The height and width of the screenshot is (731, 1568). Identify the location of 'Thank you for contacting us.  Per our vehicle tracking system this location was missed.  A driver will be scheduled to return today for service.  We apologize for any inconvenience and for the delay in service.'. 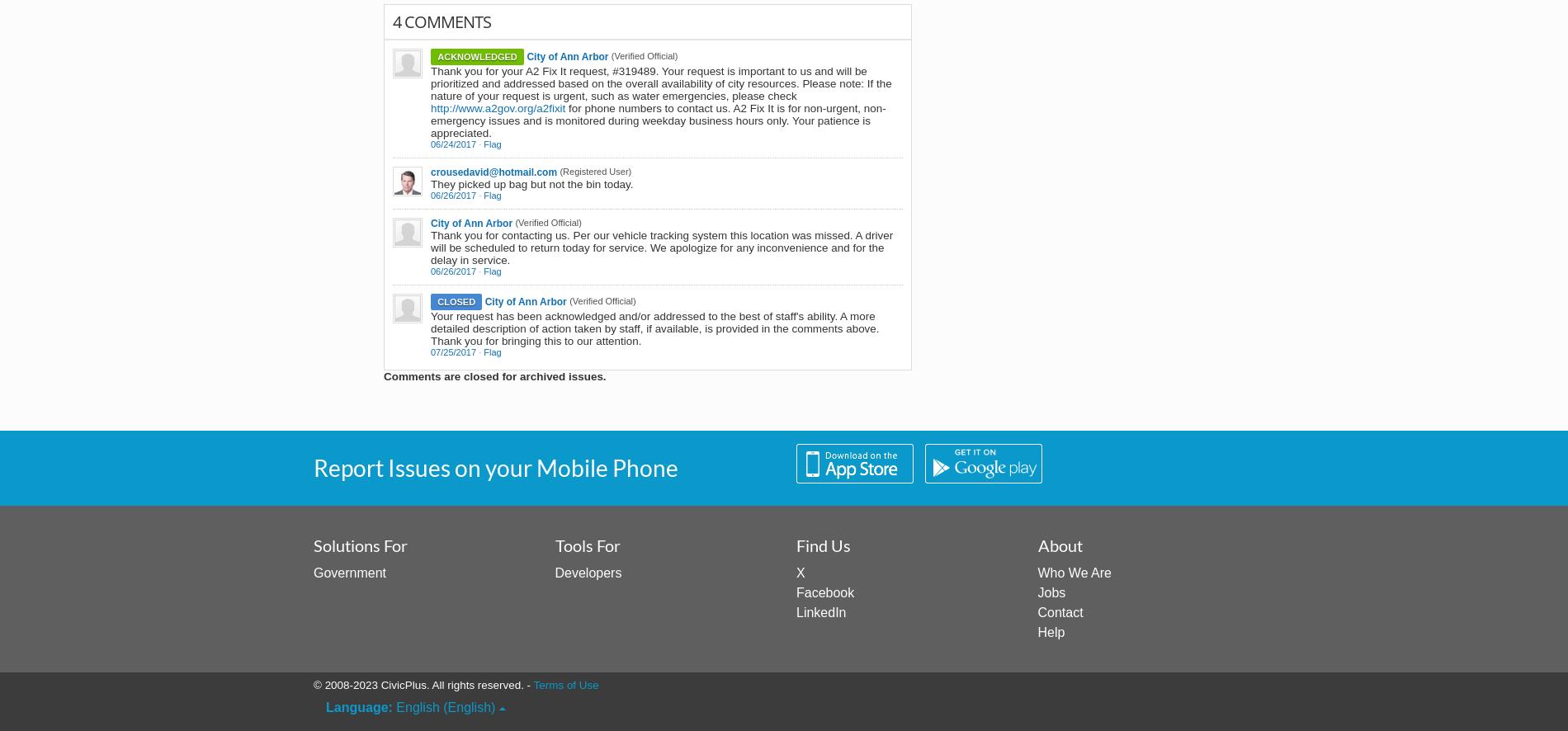
(660, 247).